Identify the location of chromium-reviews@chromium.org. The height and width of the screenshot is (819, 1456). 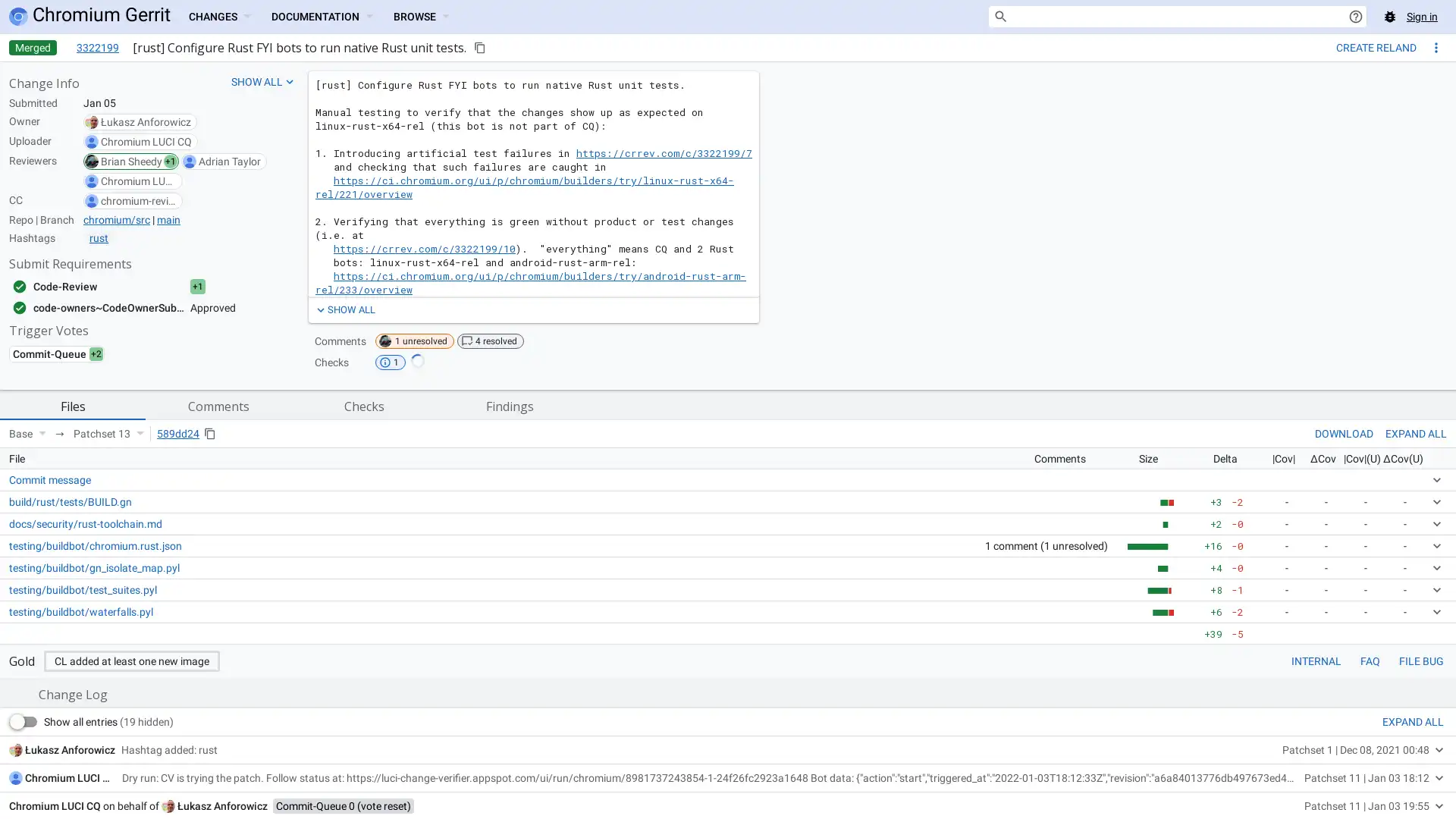
(138, 200).